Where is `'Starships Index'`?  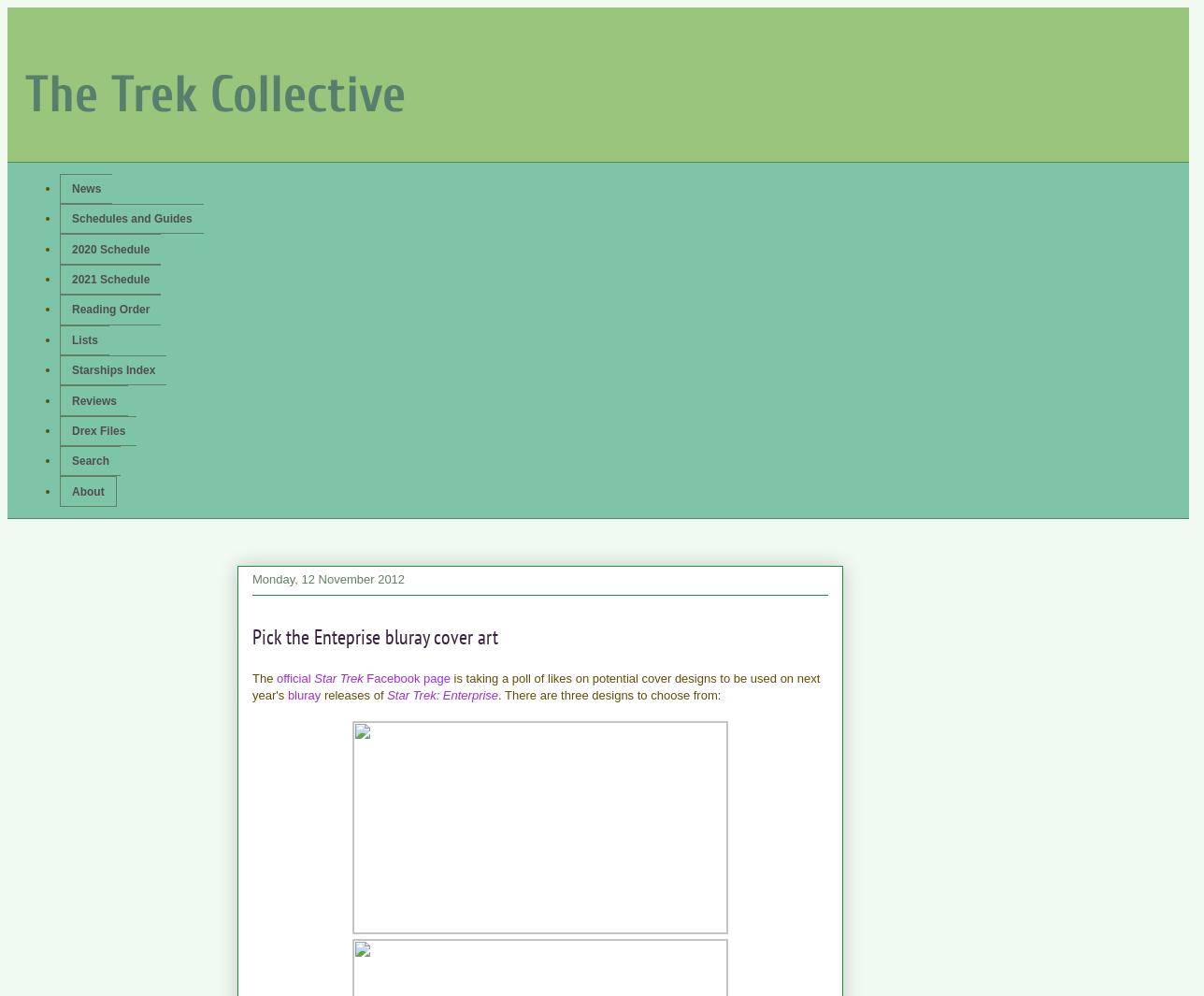
'Starships Index' is located at coordinates (72, 368).